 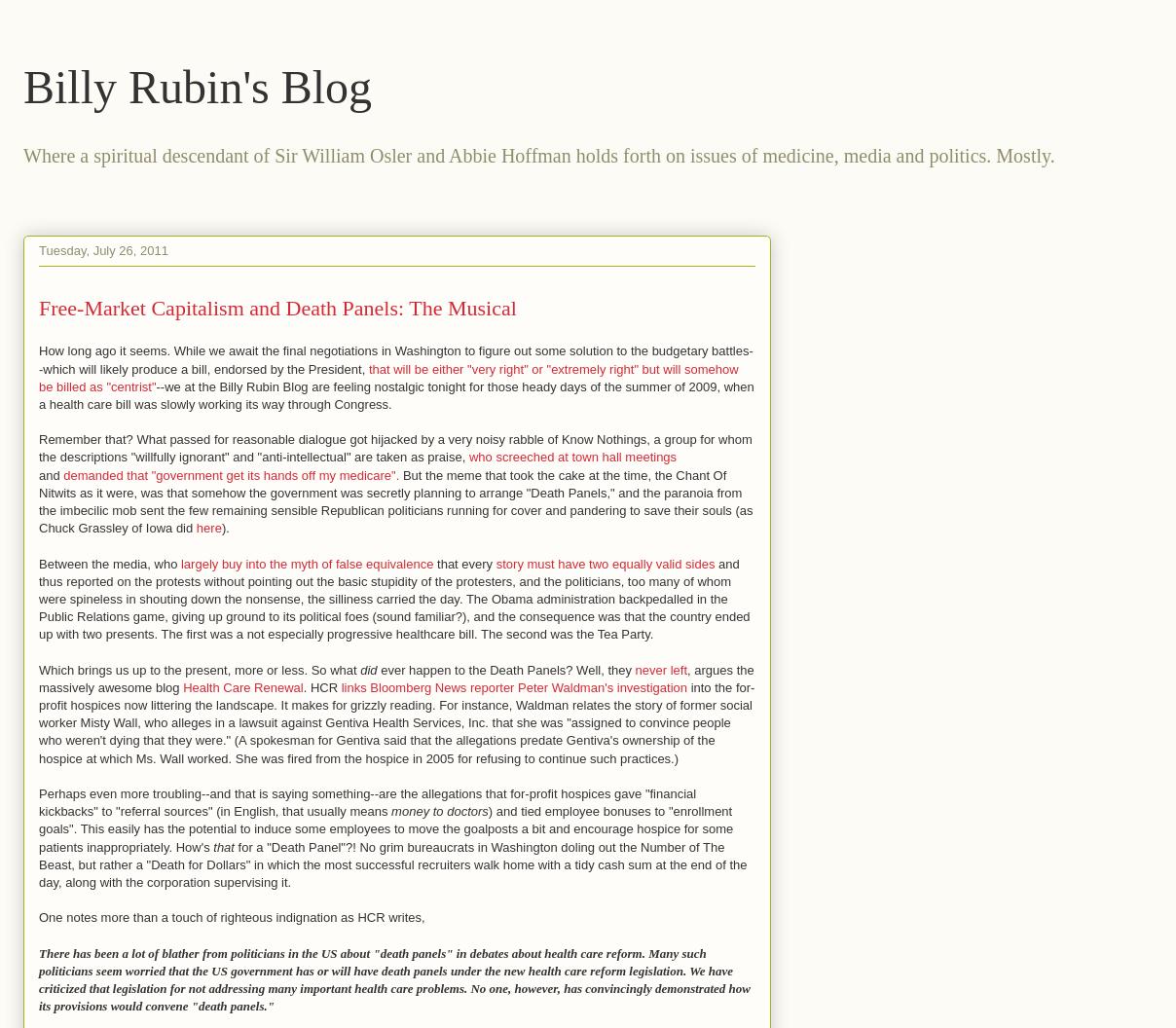 I want to click on 'One notes more than a touch of righteous indignation as HCR writes,', so click(x=231, y=917).